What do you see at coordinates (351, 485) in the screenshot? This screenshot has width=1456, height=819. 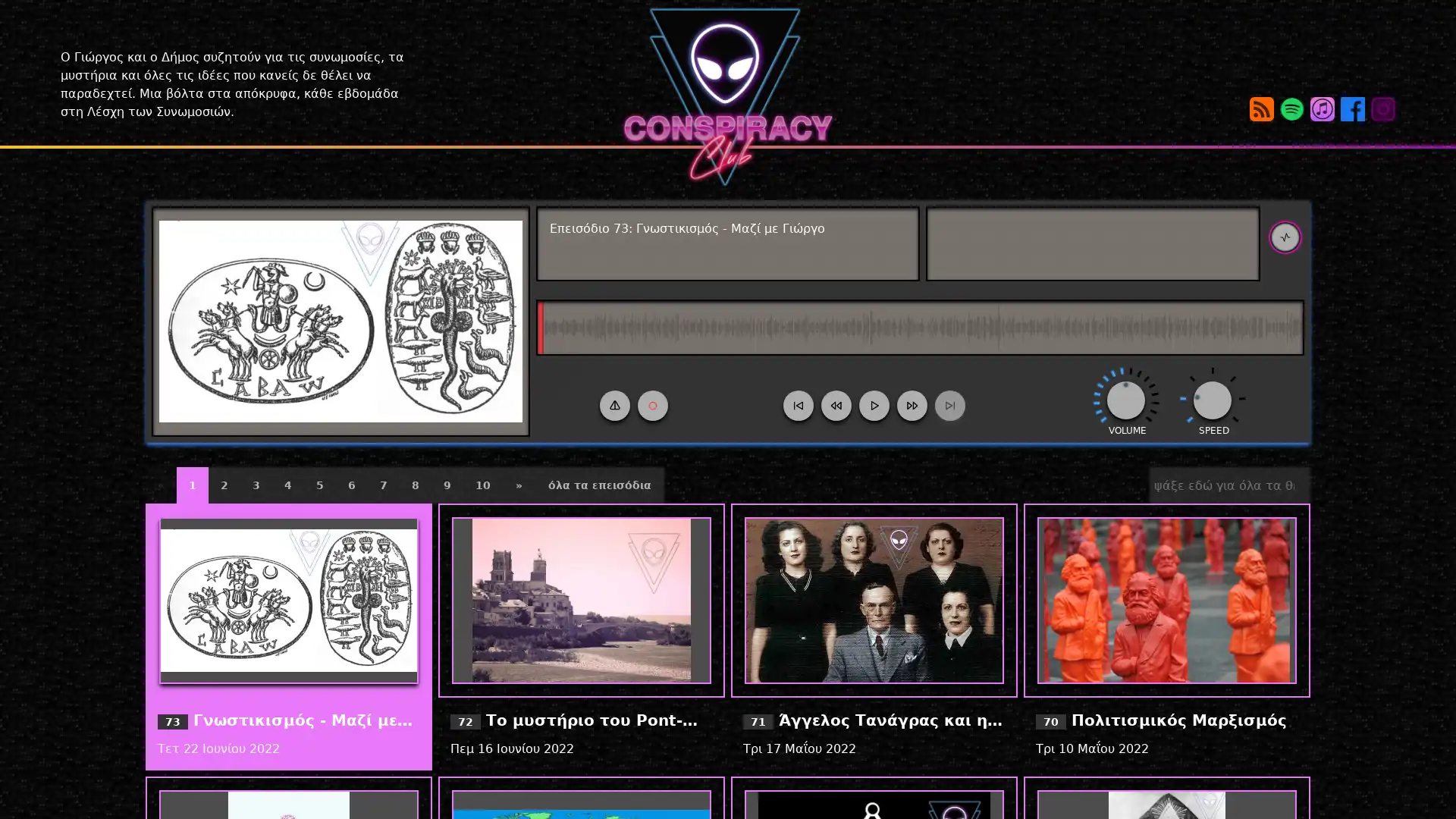 I see `6` at bounding box center [351, 485].